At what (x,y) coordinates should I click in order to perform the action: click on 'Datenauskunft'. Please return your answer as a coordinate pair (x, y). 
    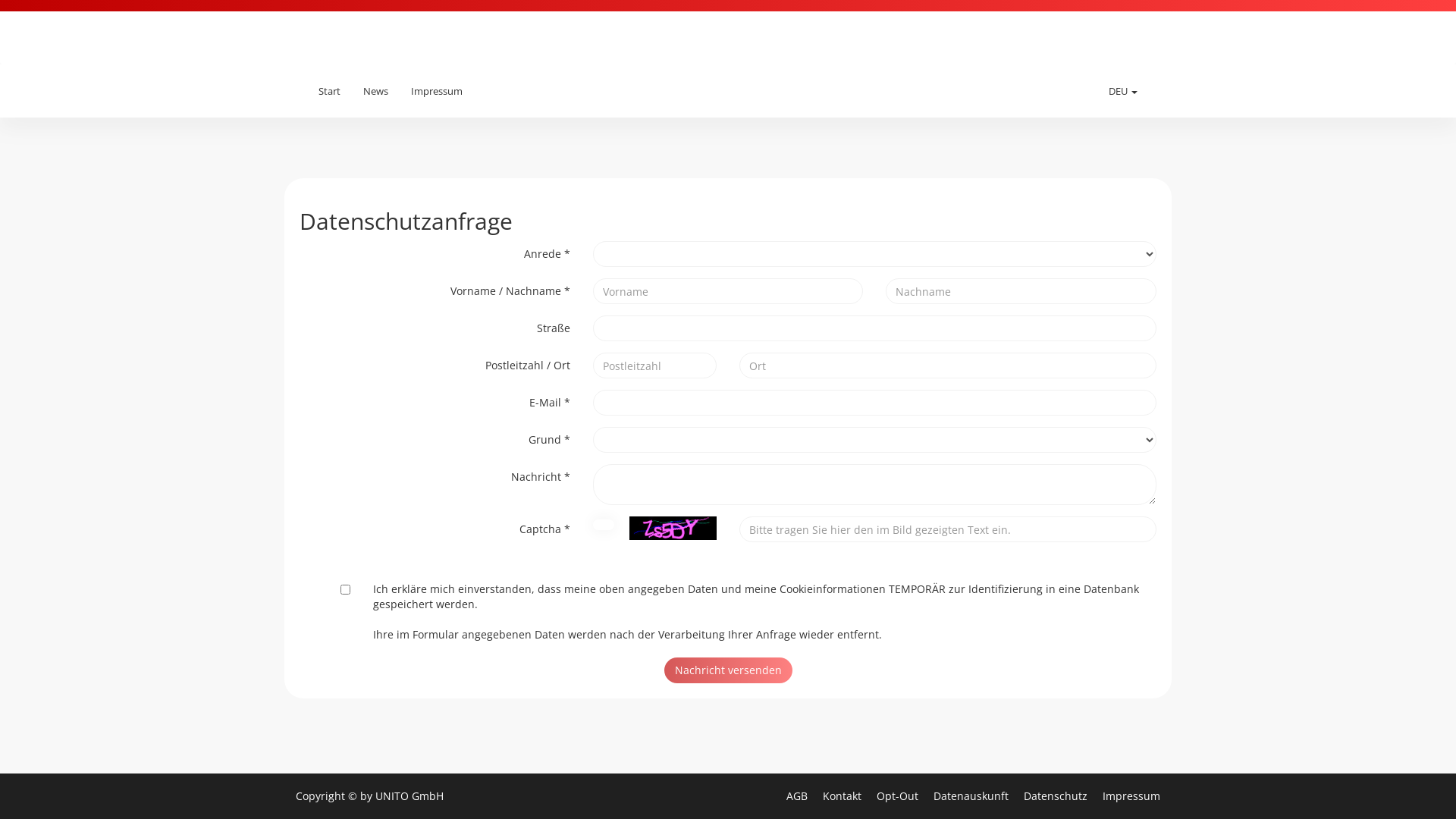
    Looking at the image, I should click on (972, 795).